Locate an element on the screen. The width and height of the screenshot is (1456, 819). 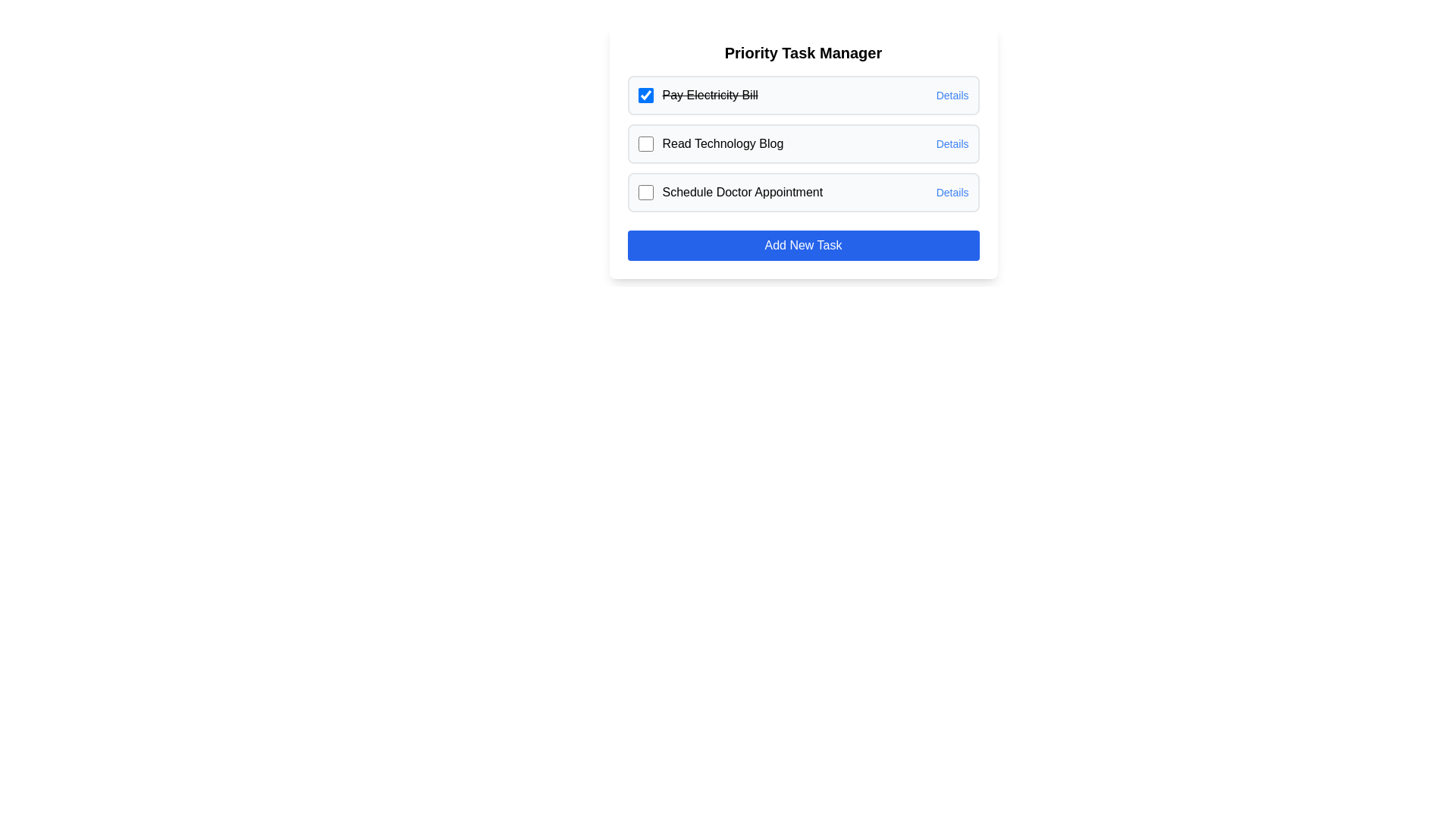
the 'Details' link for the task 'Read Technology Blog' is located at coordinates (952, 143).